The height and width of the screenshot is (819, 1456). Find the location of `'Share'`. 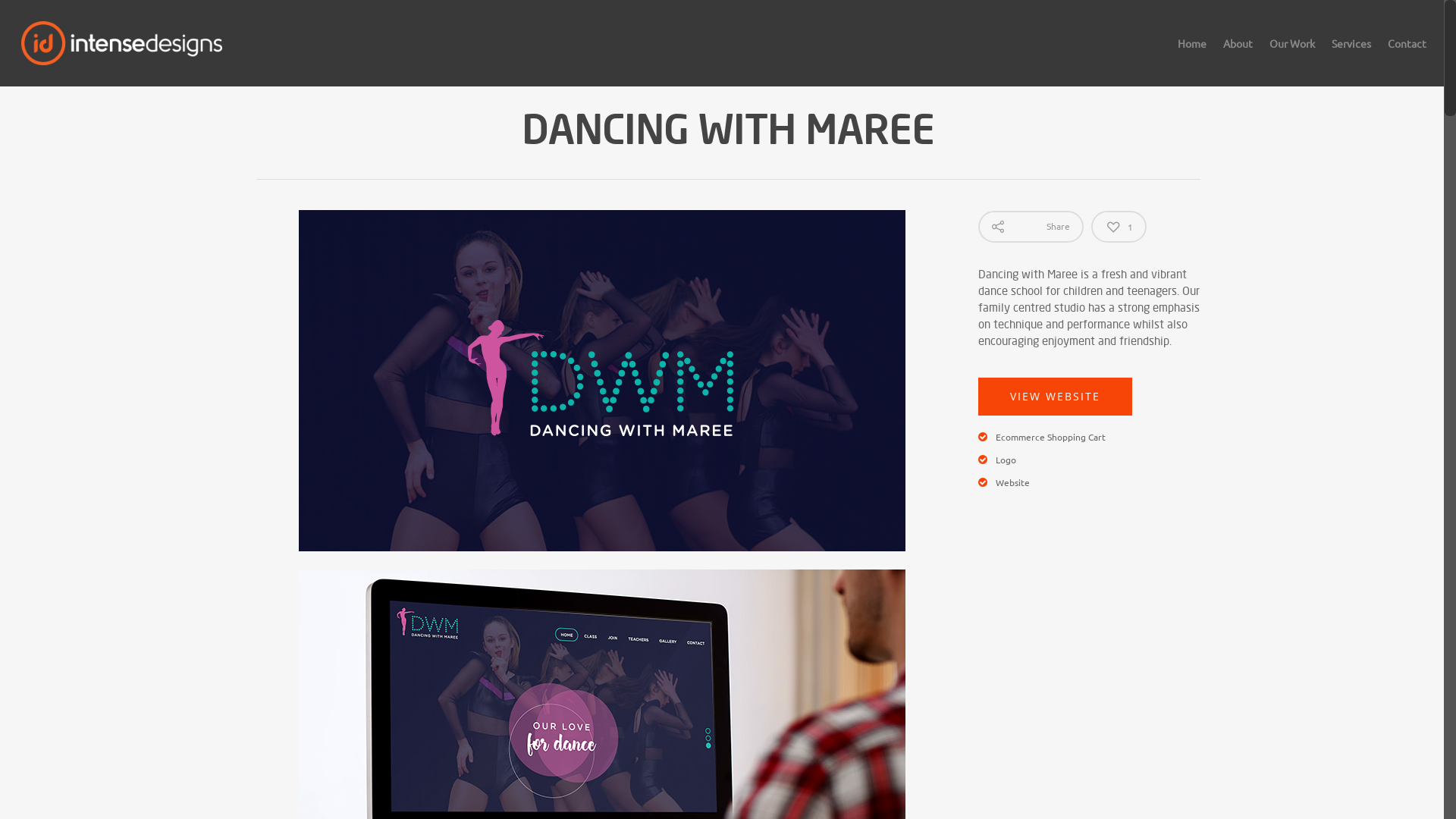

'Share' is located at coordinates (1031, 227).